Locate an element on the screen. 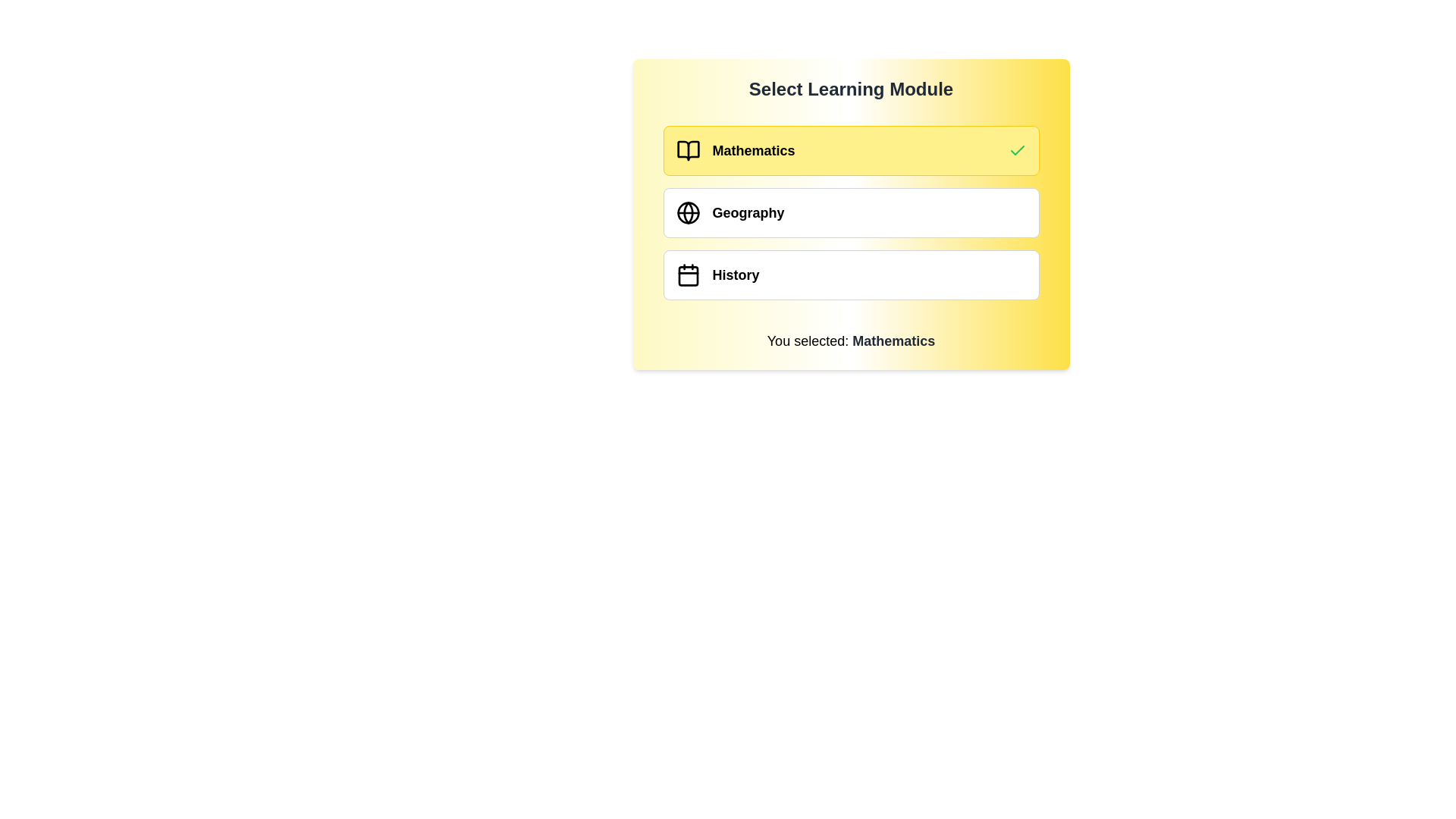  the non-interactive calendar icon representing the 'History' learning module, located at the far left of the 'History' list item in the user interface is located at coordinates (687, 275).